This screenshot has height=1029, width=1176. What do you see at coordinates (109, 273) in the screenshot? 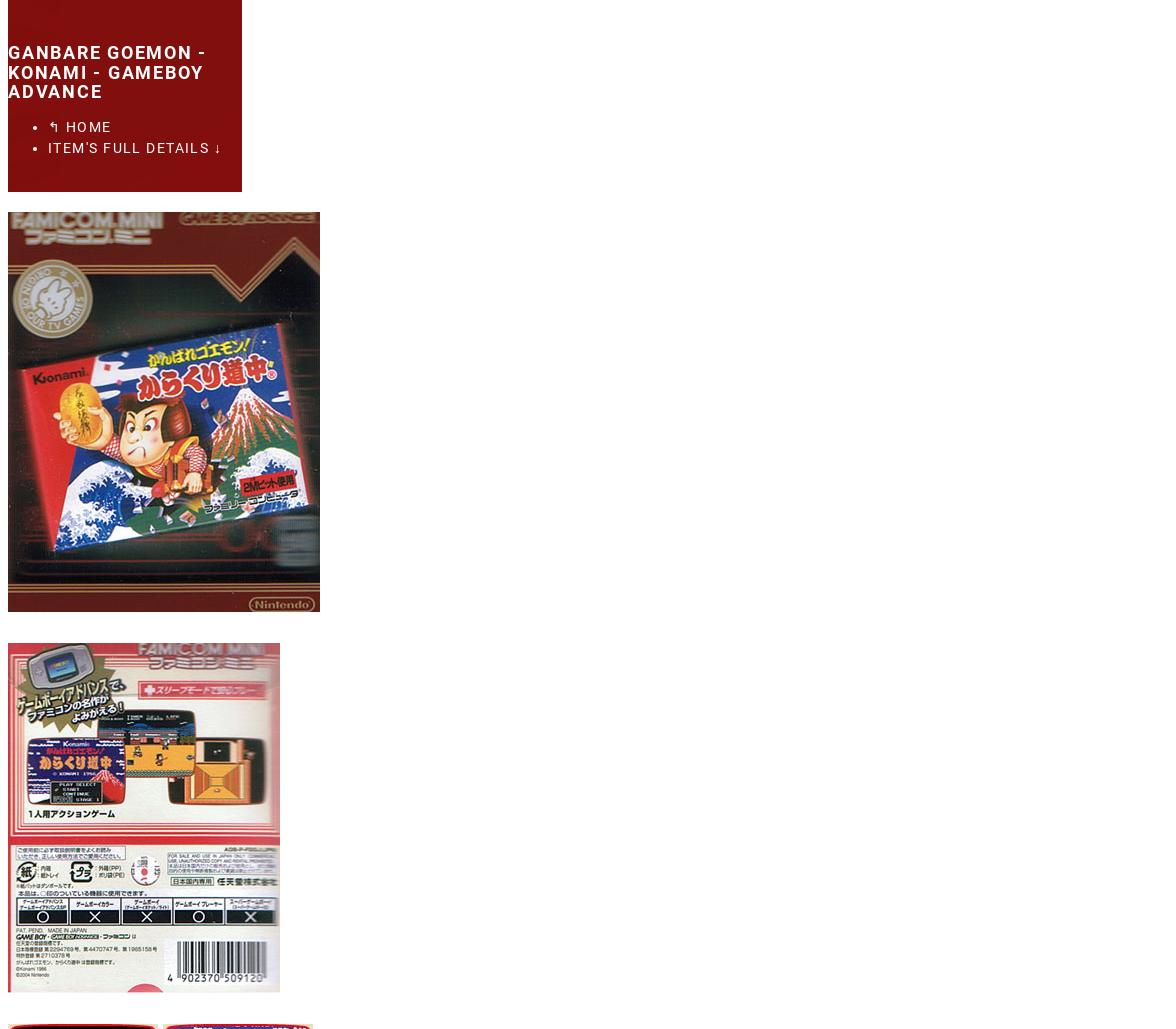
I see `'Neo-Geo AES Carts'` at bounding box center [109, 273].